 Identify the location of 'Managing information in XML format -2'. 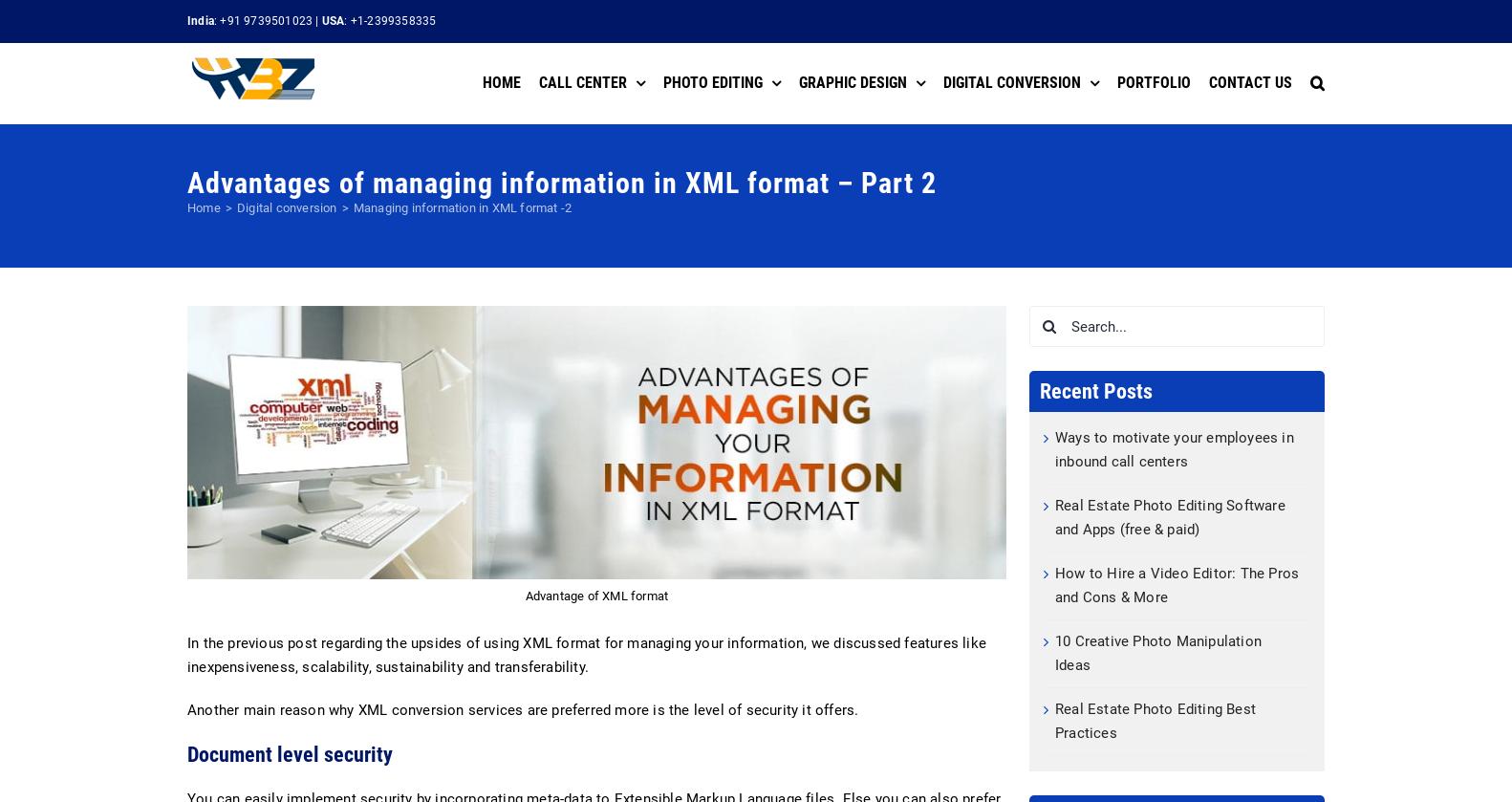
(461, 206).